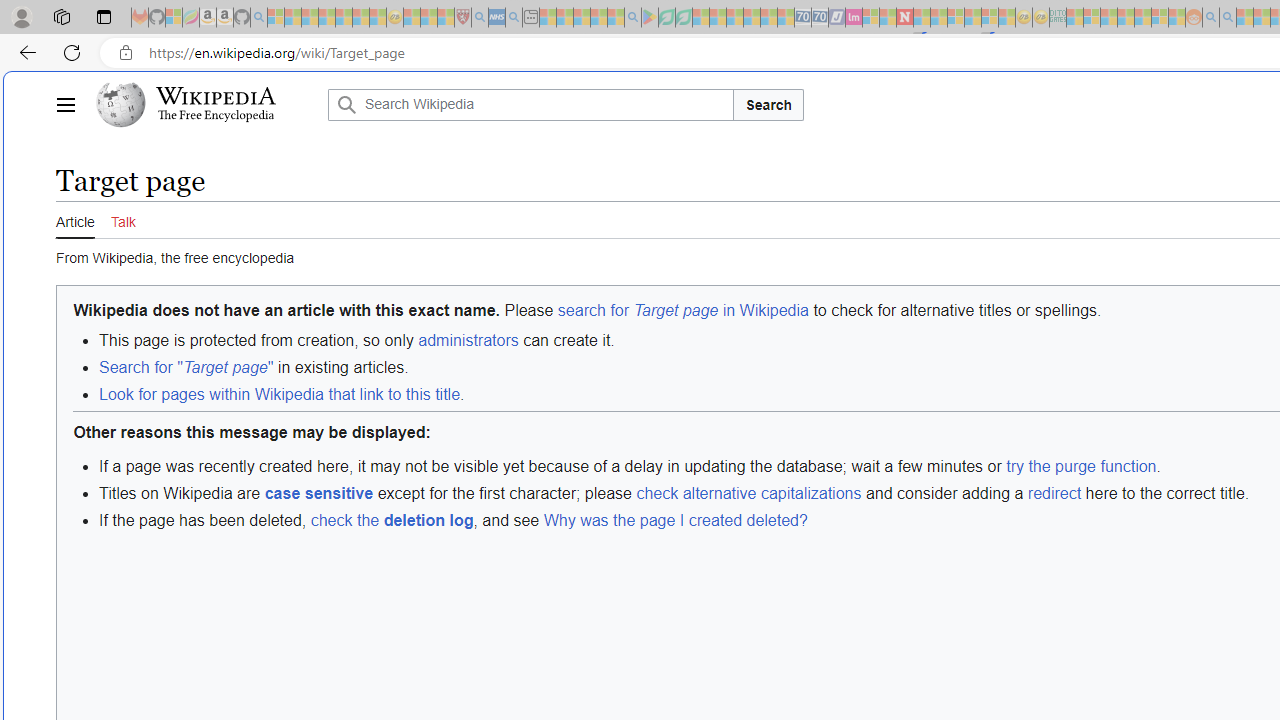 Image resolution: width=1280 pixels, height=720 pixels. Describe the element at coordinates (803, 17) in the screenshot. I see `'Cheap Car Rentals - Save70.com - Sleeping'` at that location.